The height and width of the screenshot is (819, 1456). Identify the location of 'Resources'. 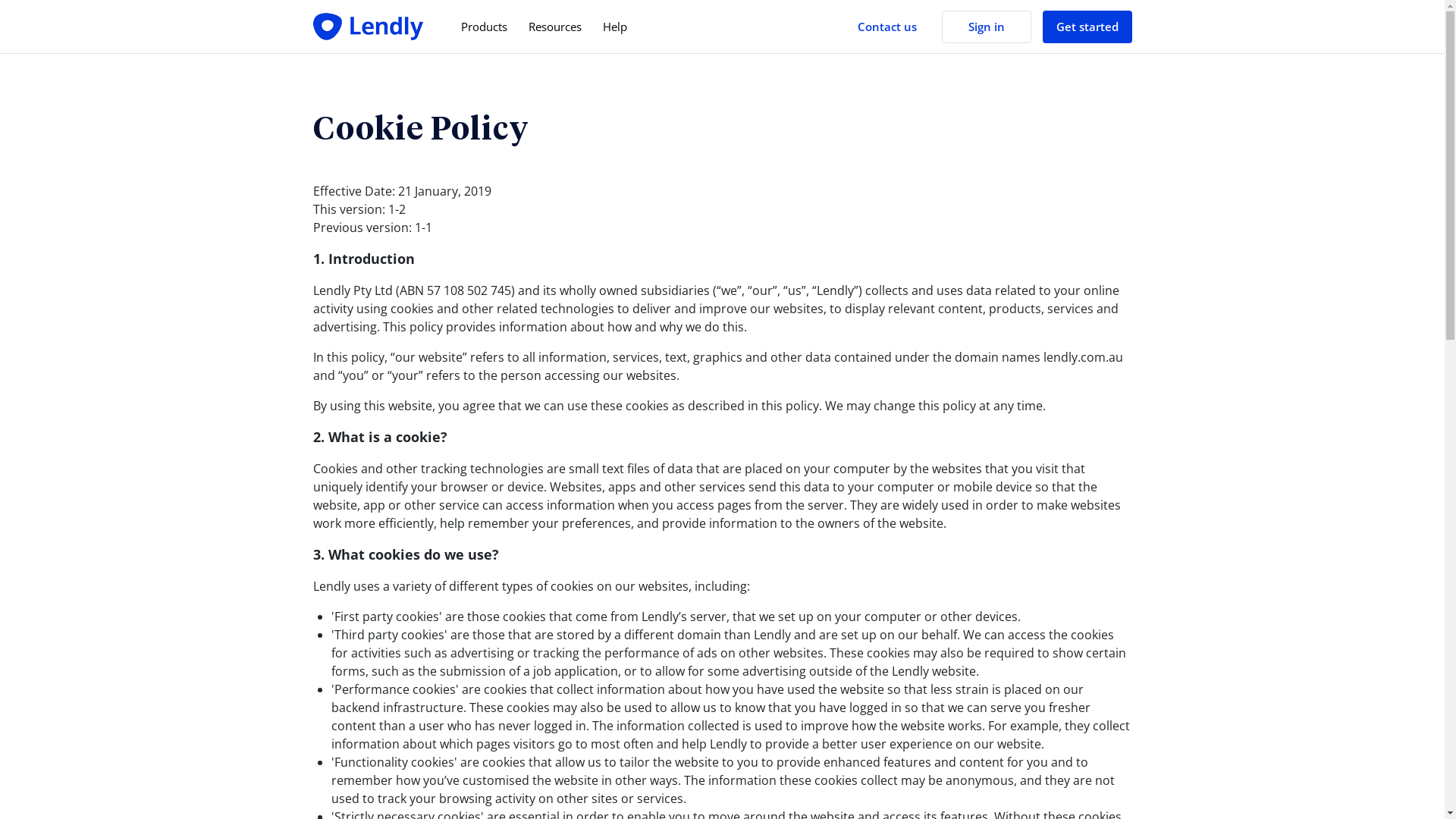
(553, 27).